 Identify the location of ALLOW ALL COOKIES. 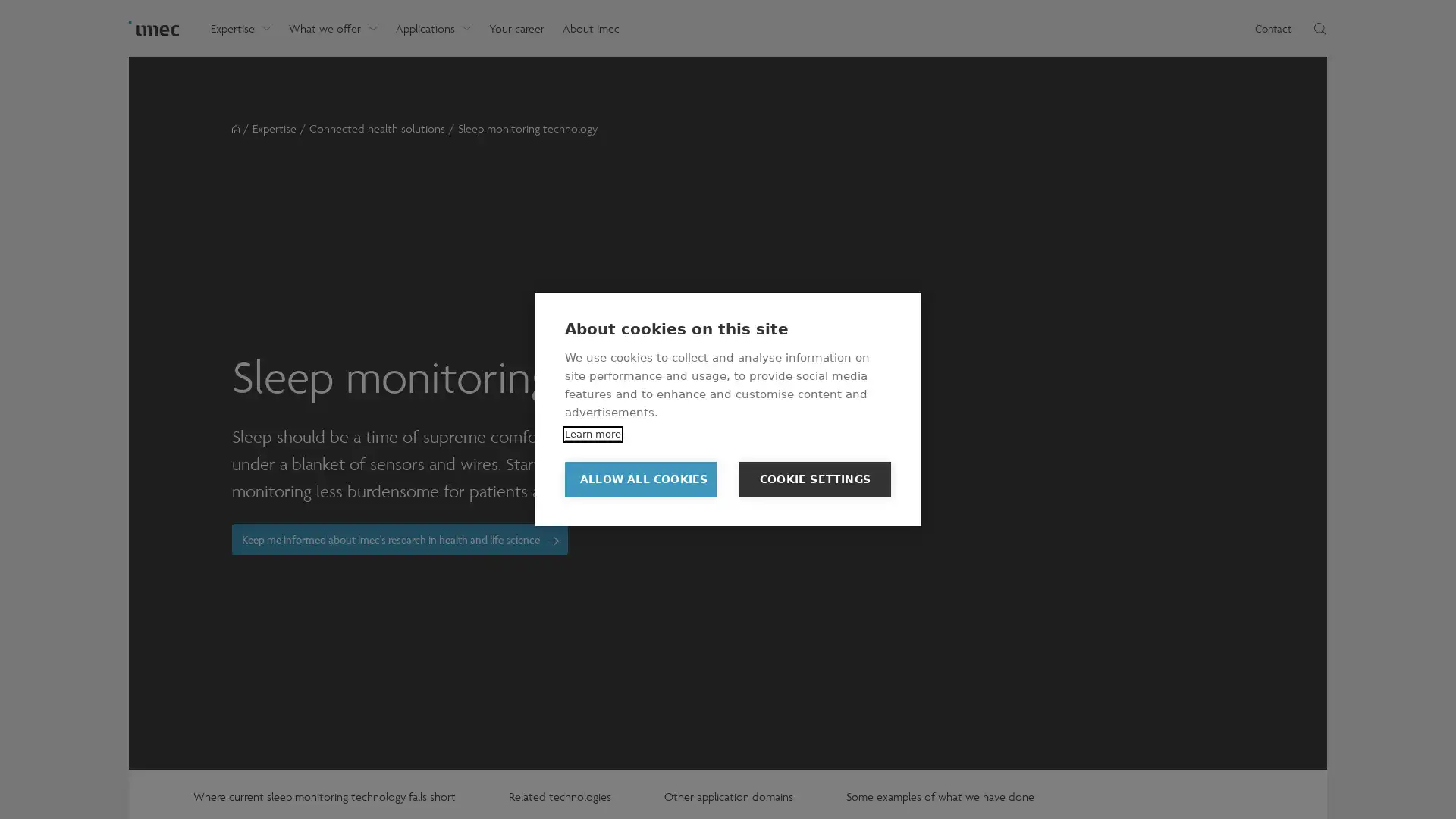
(640, 479).